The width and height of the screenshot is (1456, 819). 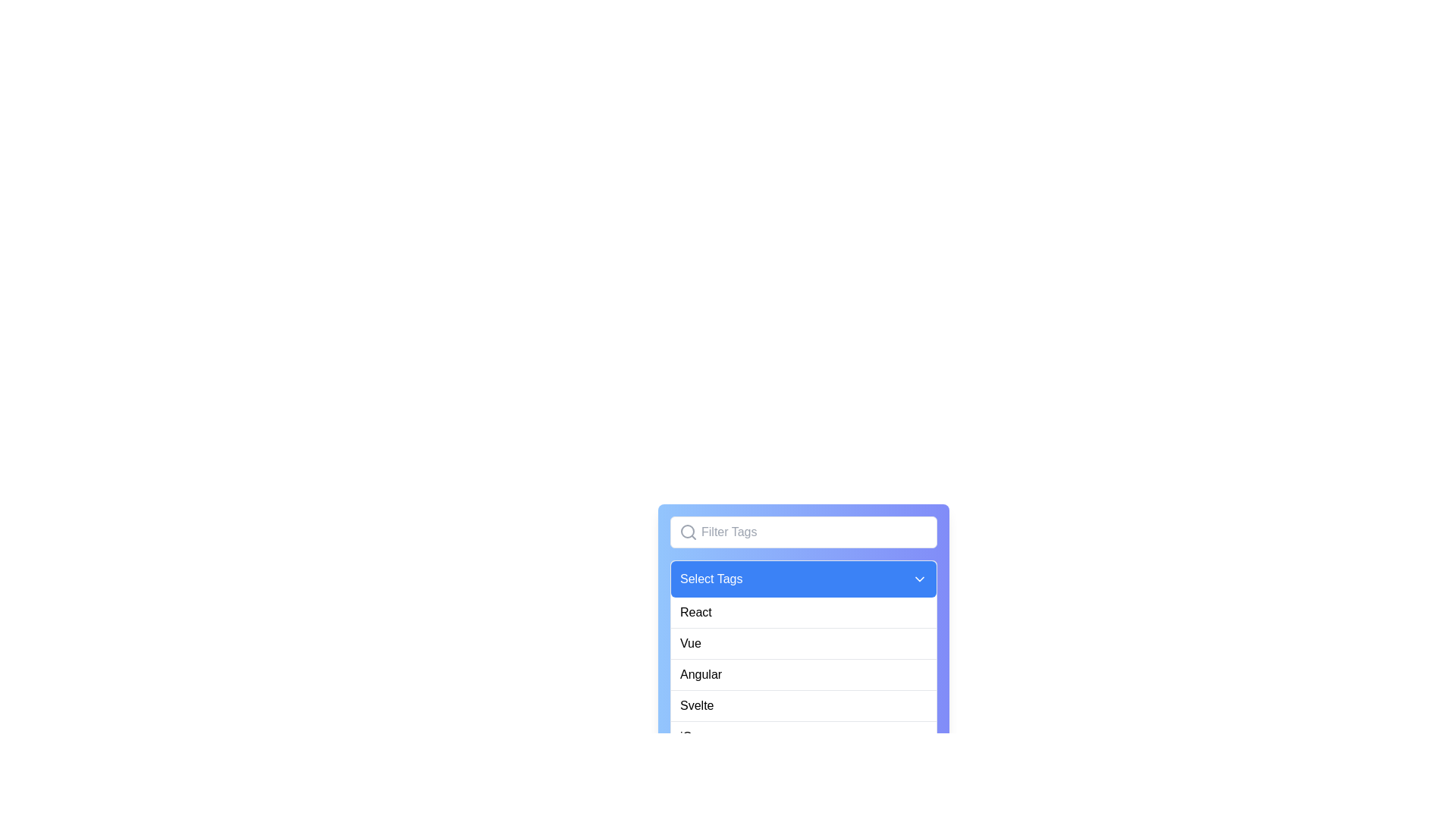 I want to click on the search icon located on the left side of the 'Filter Tags' input field, indicating its functionality for filtering or searching tags, so click(x=687, y=532).